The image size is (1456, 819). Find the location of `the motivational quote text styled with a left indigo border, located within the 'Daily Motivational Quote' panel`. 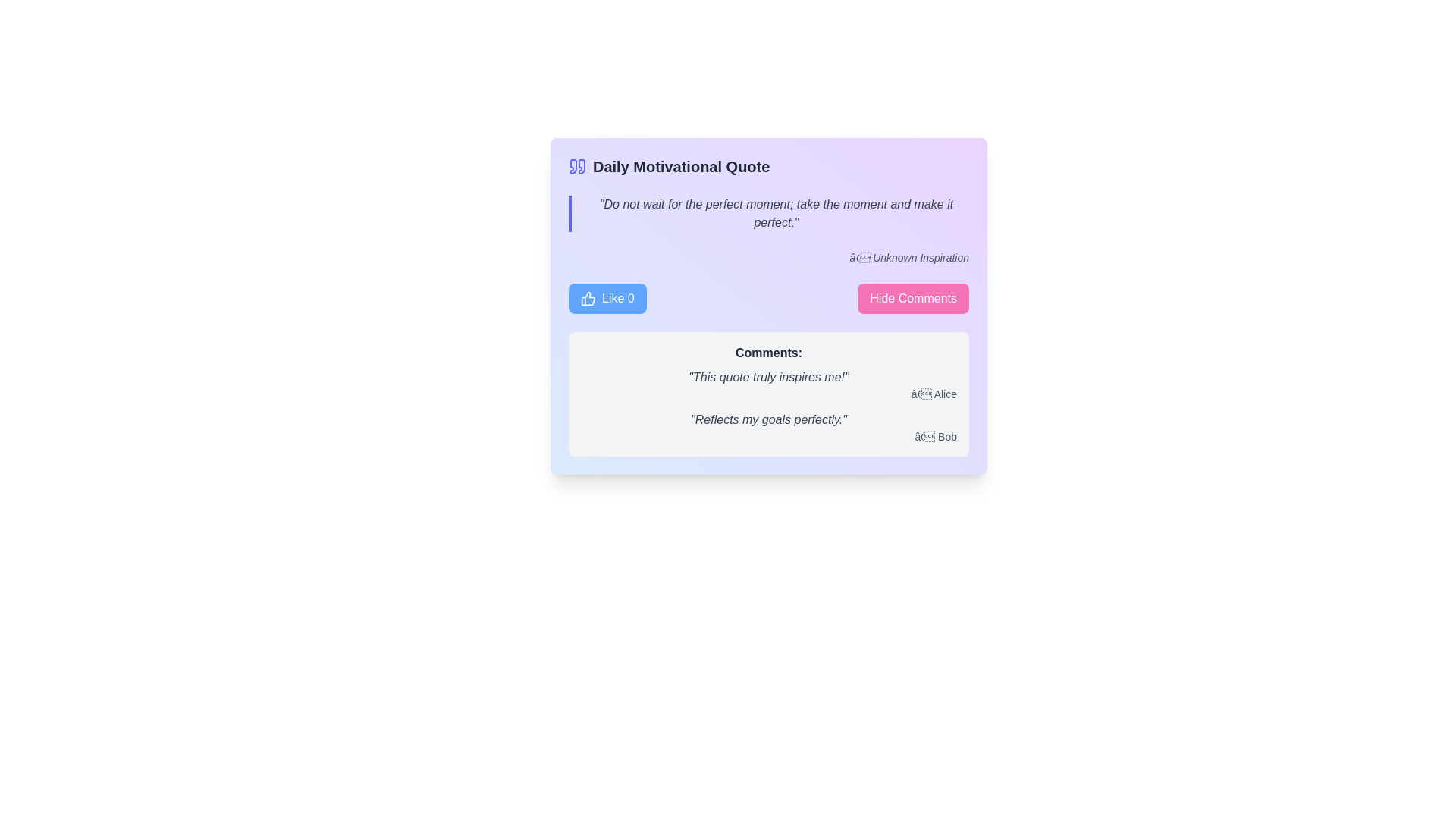

the motivational quote text styled with a left indigo border, located within the 'Daily Motivational Quote' panel is located at coordinates (768, 213).